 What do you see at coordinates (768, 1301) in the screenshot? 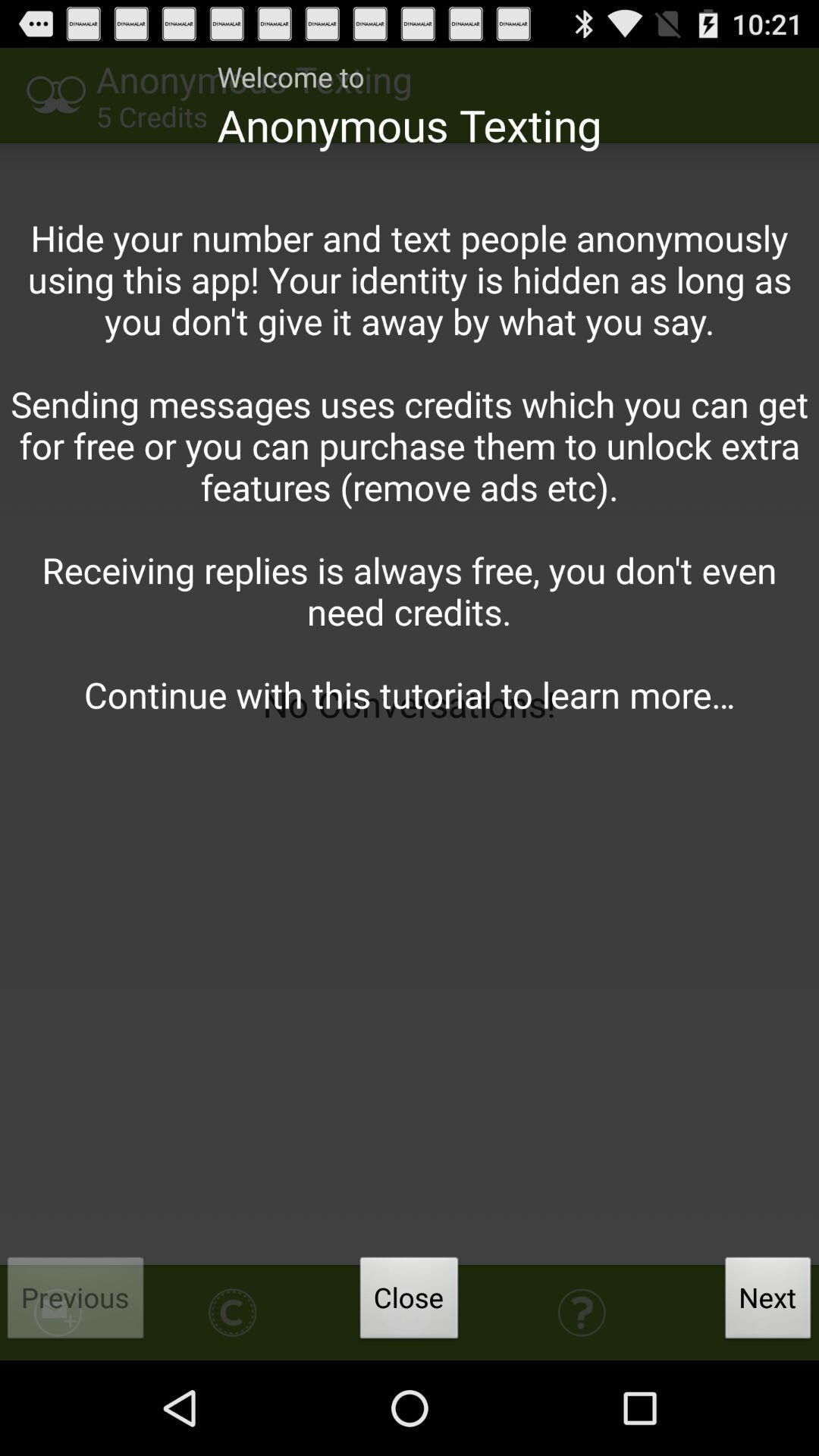
I see `next` at bounding box center [768, 1301].